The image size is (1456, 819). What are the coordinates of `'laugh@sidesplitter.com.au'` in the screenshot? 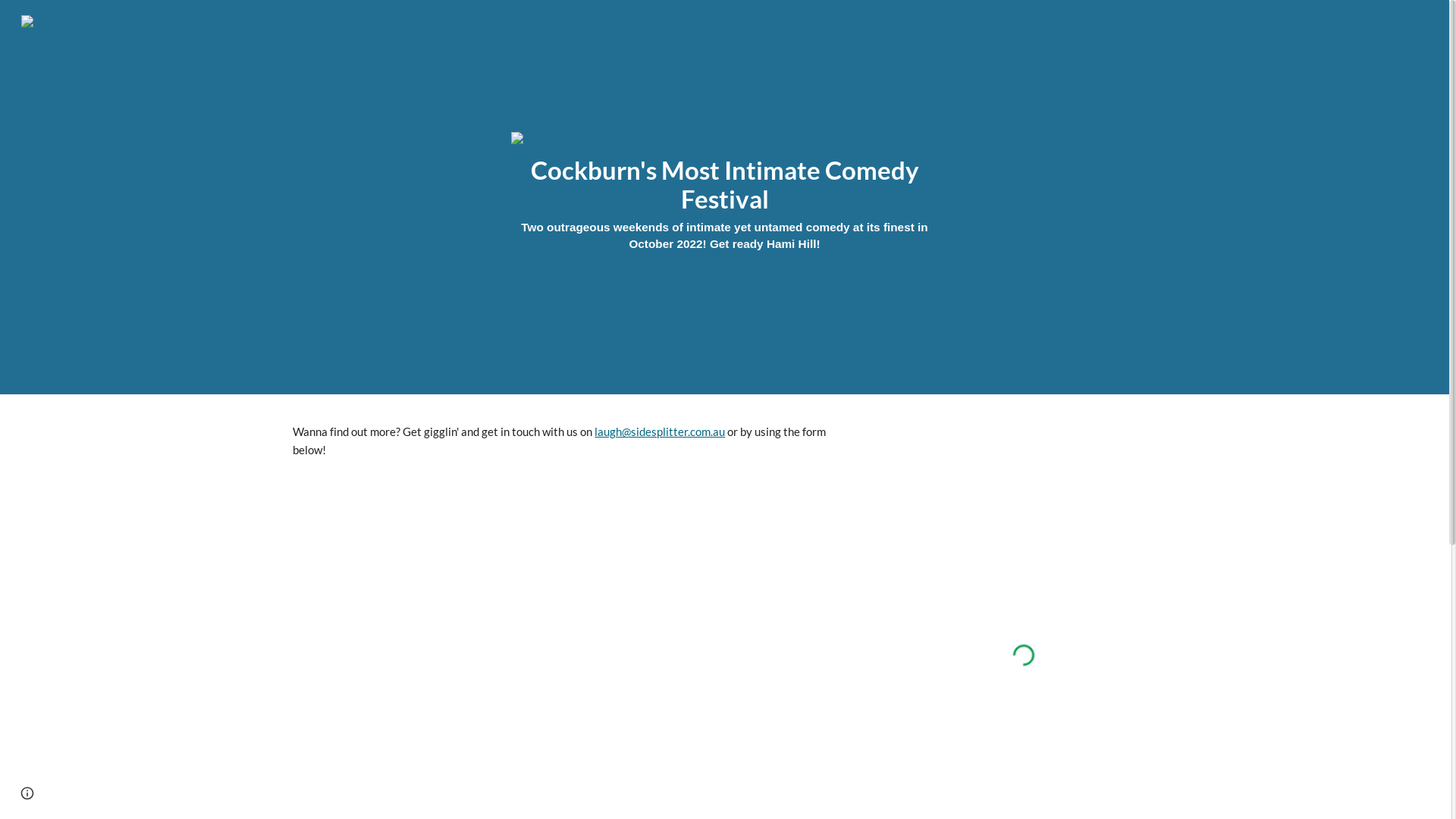 It's located at (659, 431).